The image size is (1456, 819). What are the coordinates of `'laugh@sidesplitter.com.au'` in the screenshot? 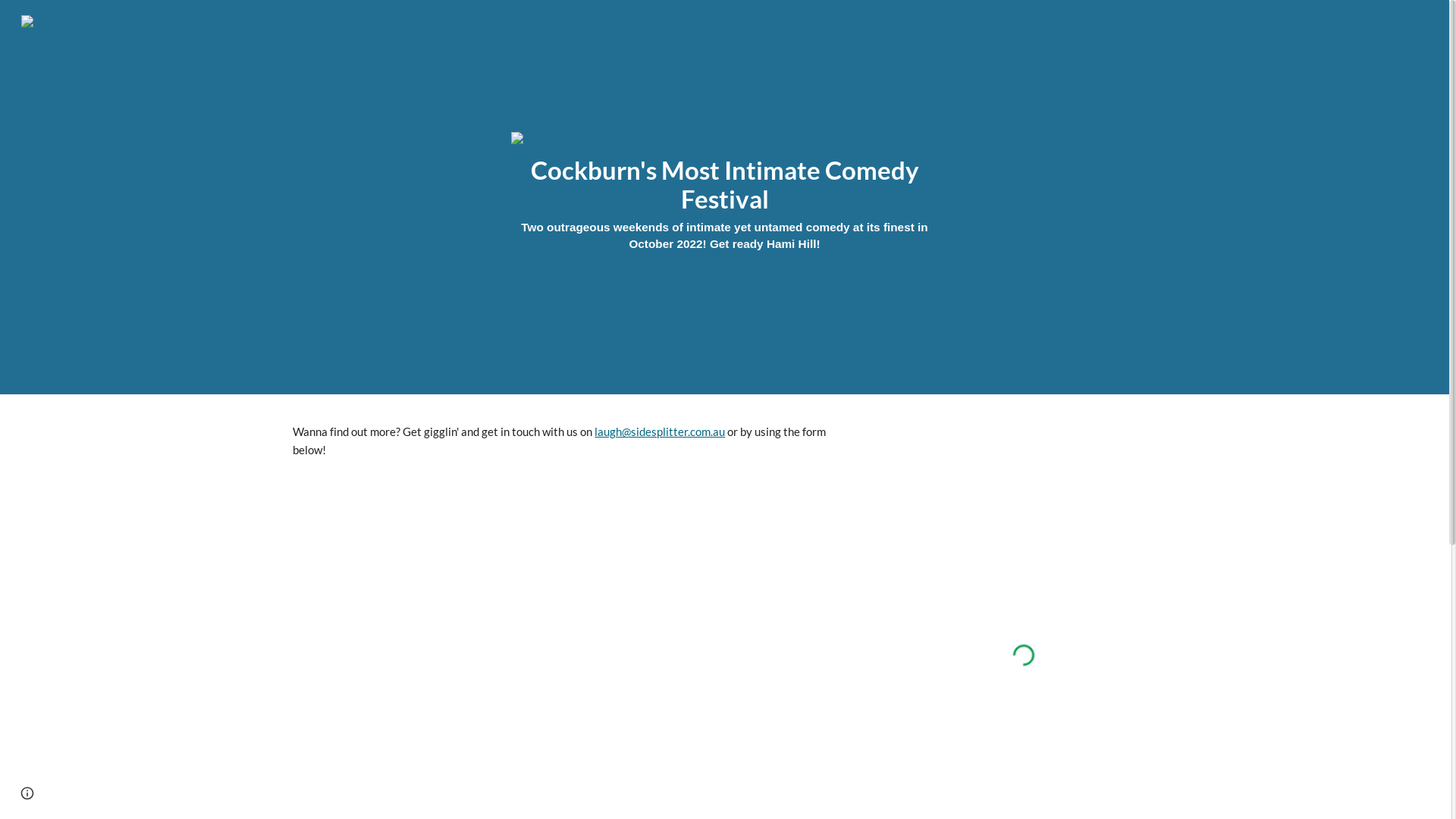 It's located at (659, 431).